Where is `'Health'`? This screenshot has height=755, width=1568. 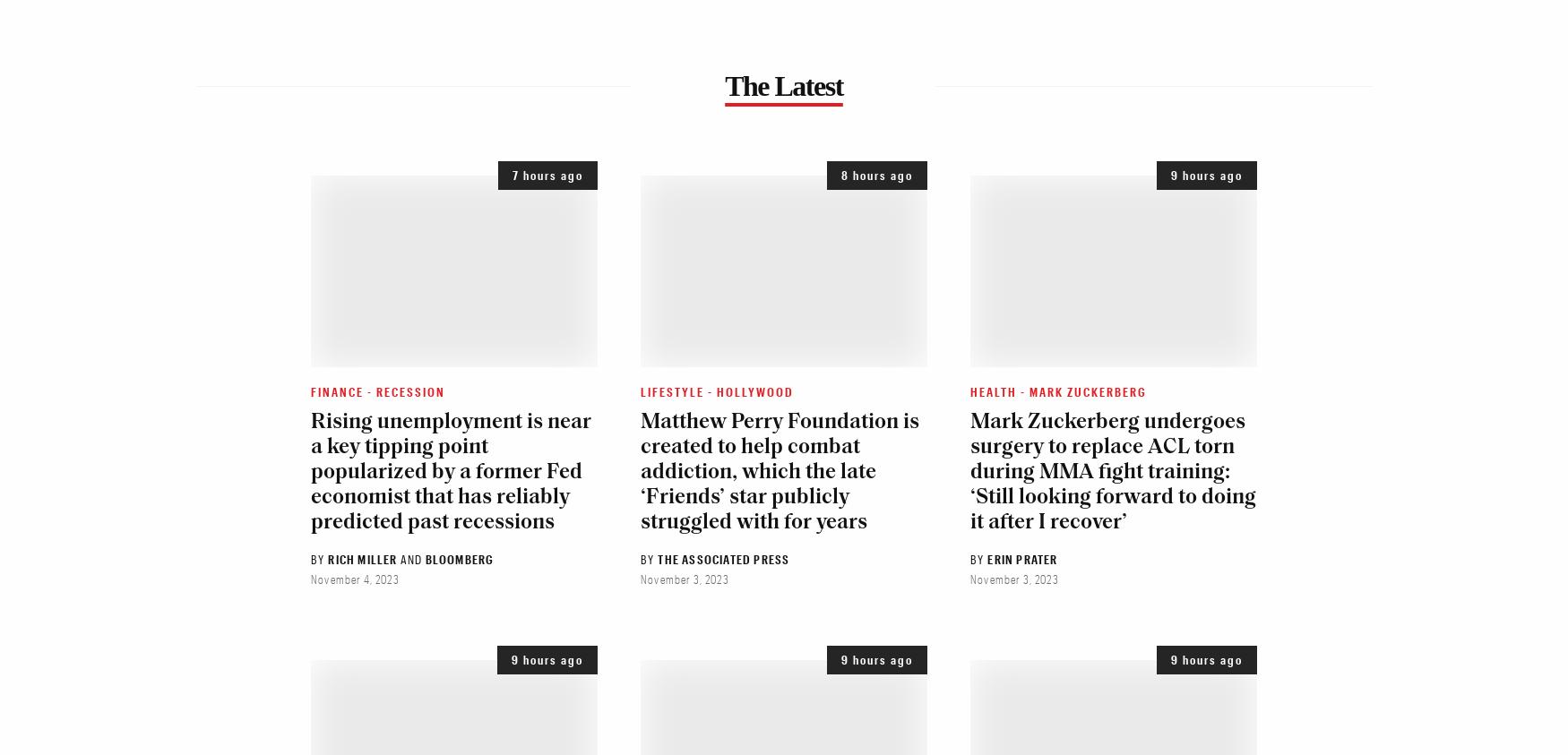
'Health' is located at coordinates (993, 390).